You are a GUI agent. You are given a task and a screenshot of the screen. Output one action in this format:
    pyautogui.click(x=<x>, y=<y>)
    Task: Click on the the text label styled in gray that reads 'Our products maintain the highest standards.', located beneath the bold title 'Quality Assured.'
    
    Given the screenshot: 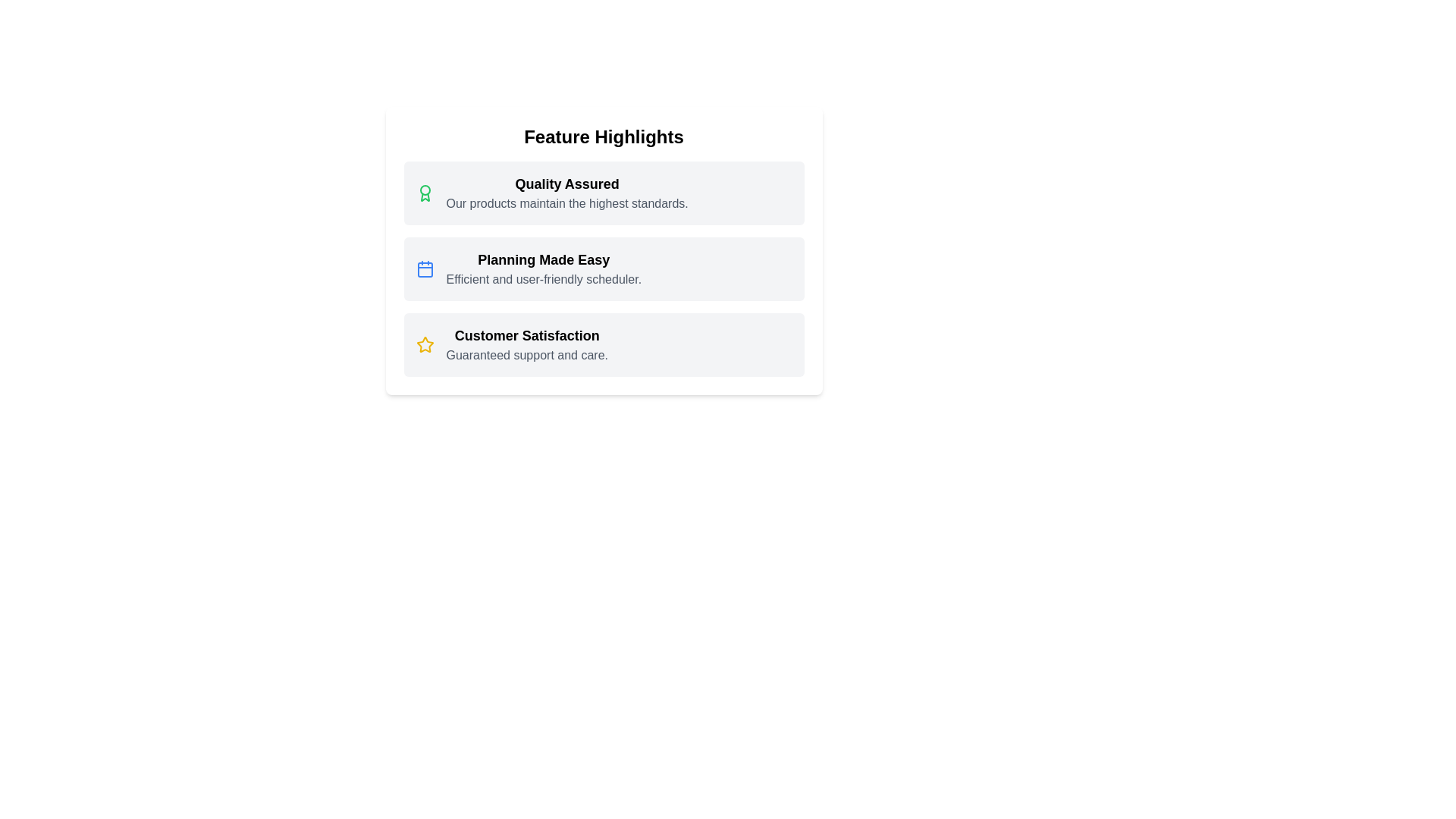 What is the action you would take?
    pyautogui.click(x=566, y=203)
    